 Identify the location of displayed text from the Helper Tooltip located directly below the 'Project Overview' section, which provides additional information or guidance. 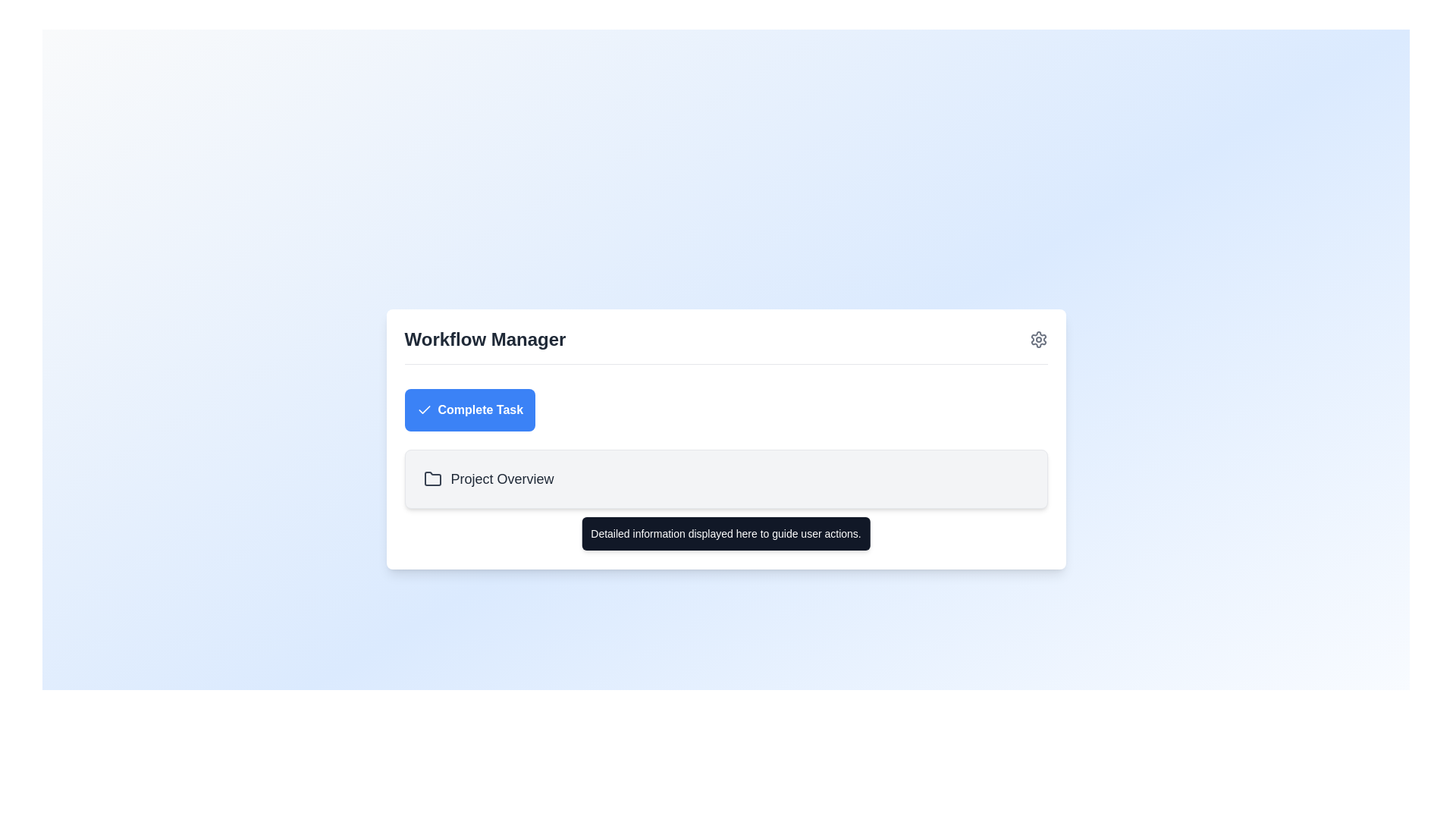
(725, 532).